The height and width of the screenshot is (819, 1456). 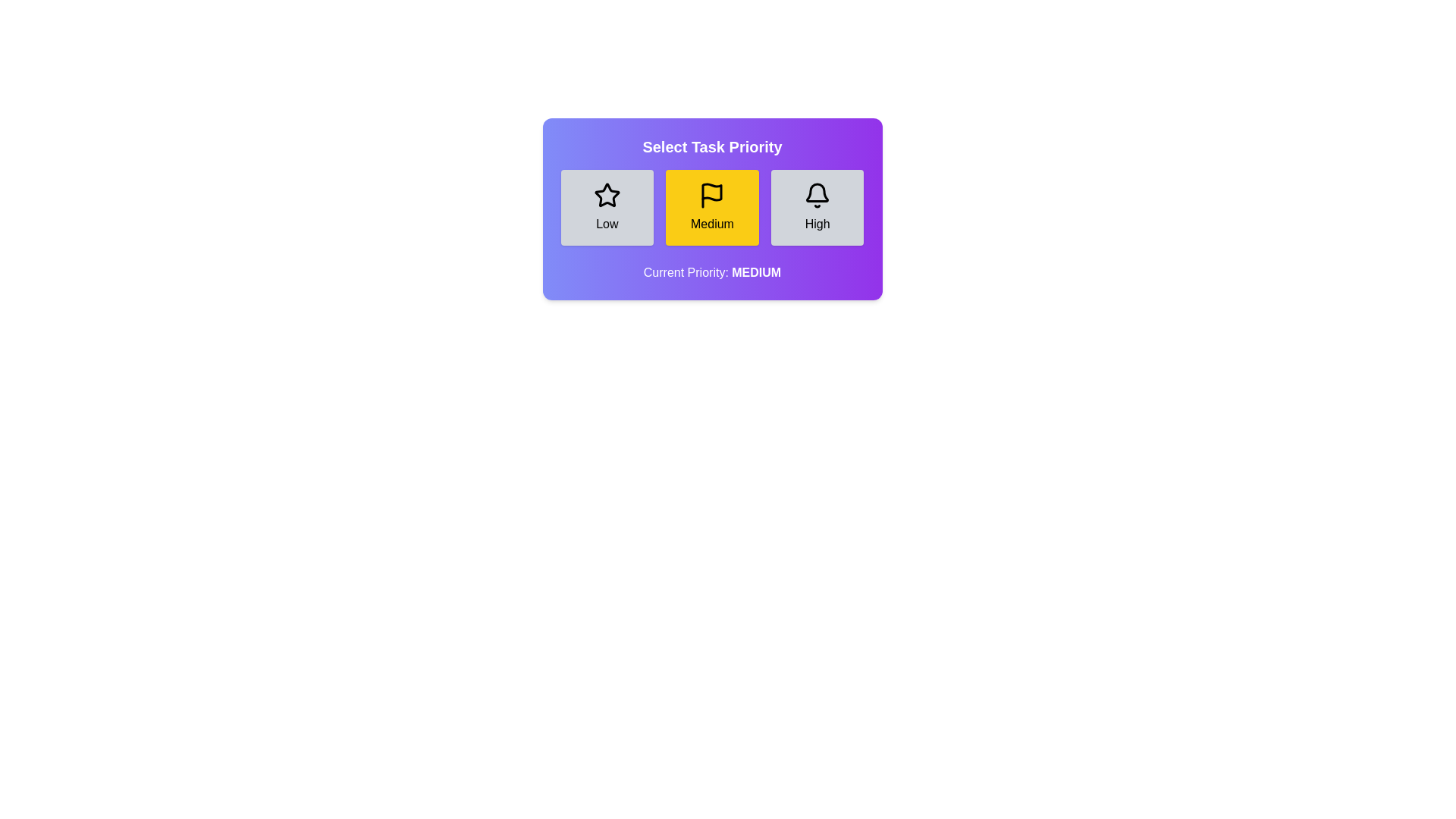 I want to click on the current priority text displayed on the screen, so click(x=711, y=271).